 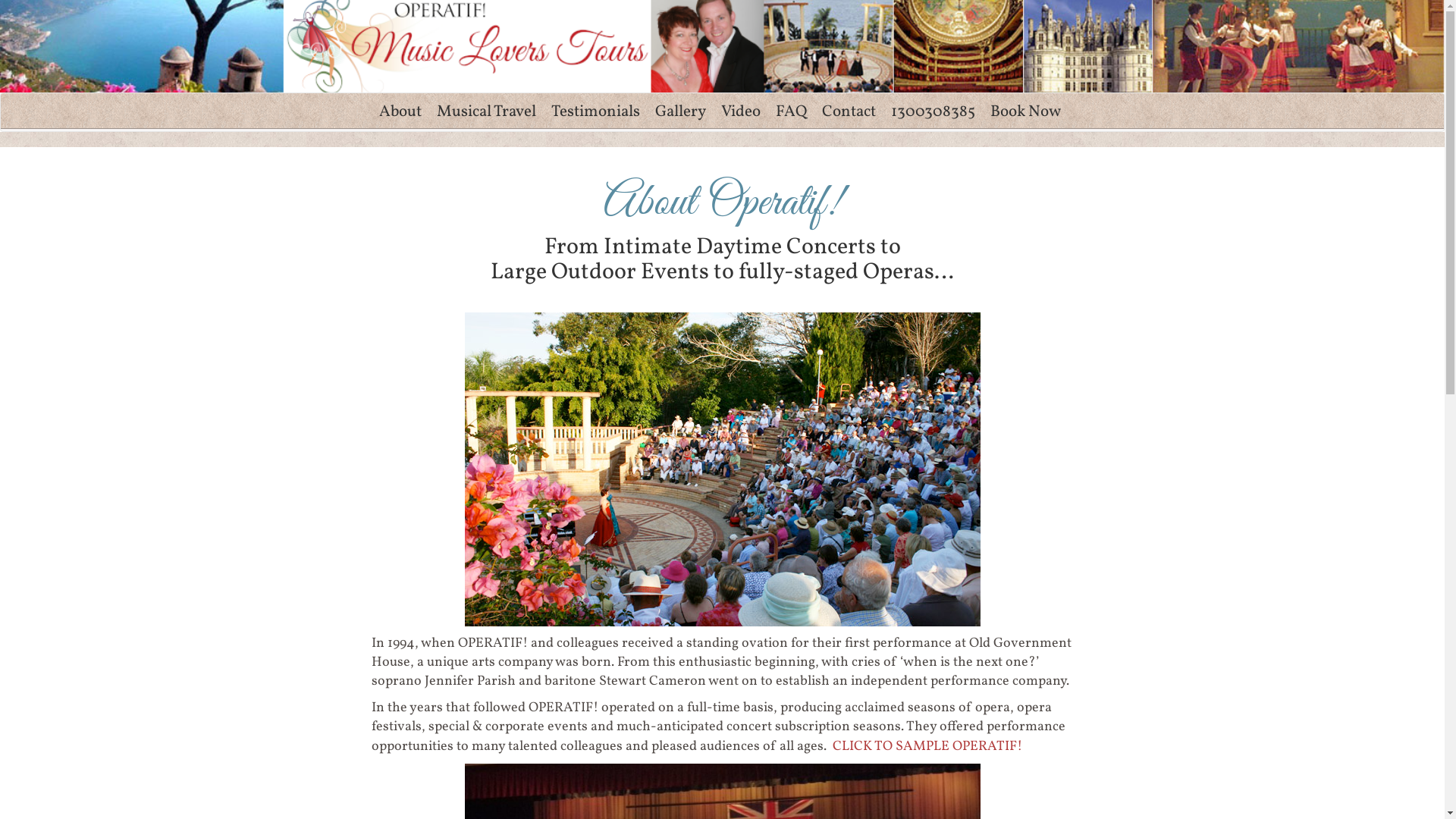 What do you see at coordinates (400, 111) in the screenshot?
I see `'About'` at bounding box center [400, 111].